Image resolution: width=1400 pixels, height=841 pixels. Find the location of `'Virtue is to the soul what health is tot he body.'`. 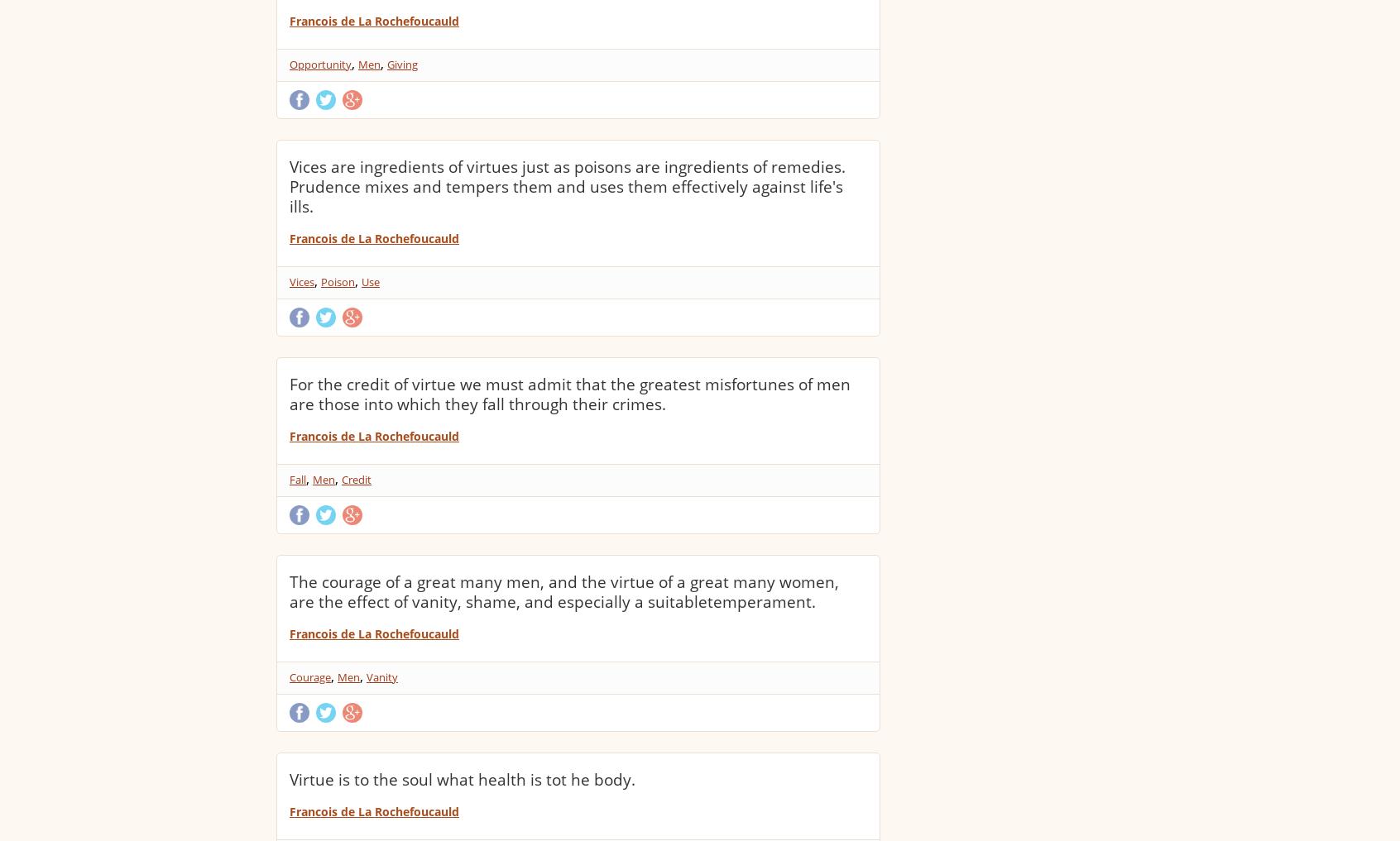

'Virtue is to the soul what health is tot he body.' is located at coordinates (289, 778).